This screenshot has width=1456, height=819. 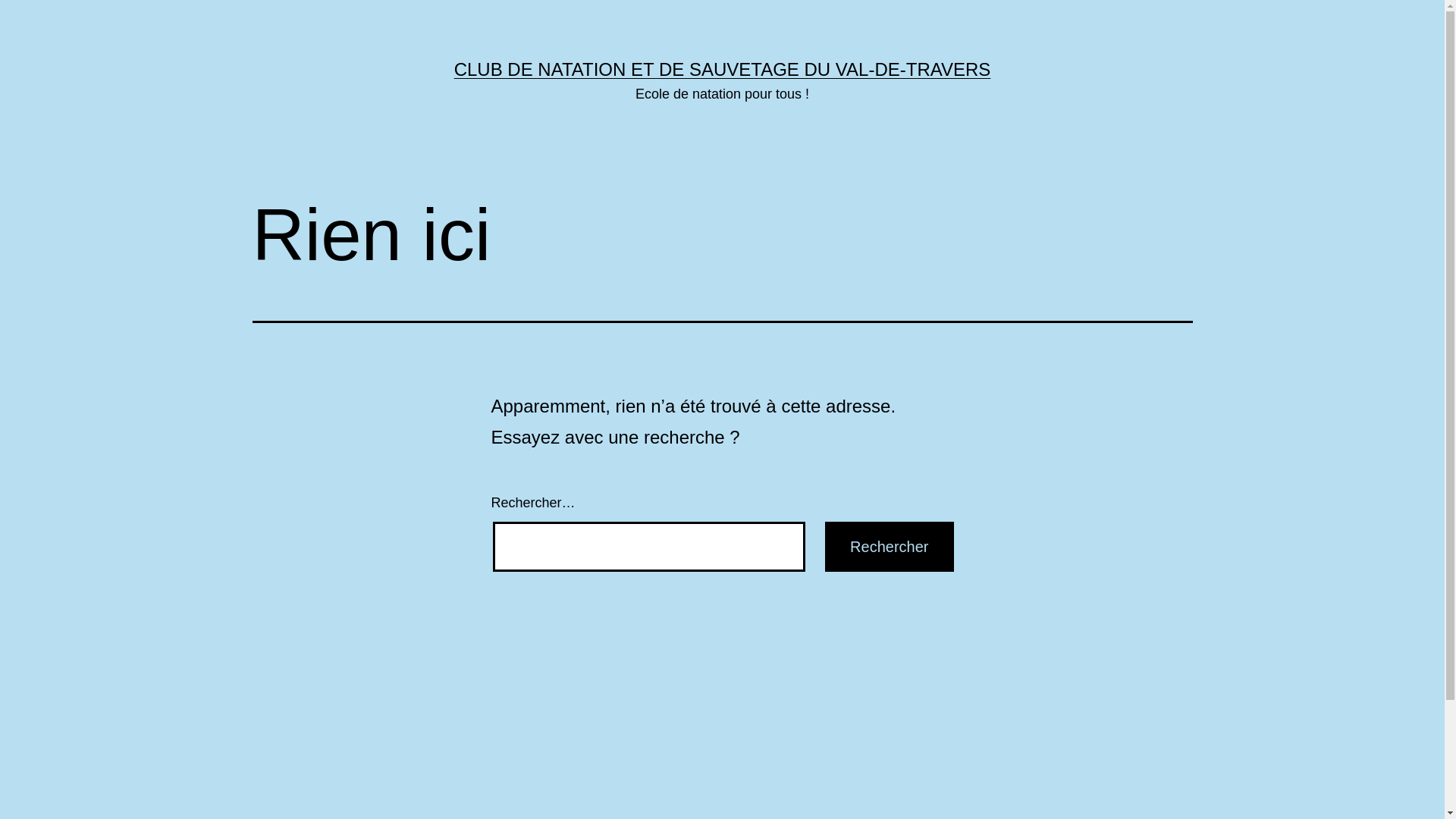 What do you see at coordinates (889, 547) in the screenshot?
I see `'Rechercher'` at bounding box center [889, 547].